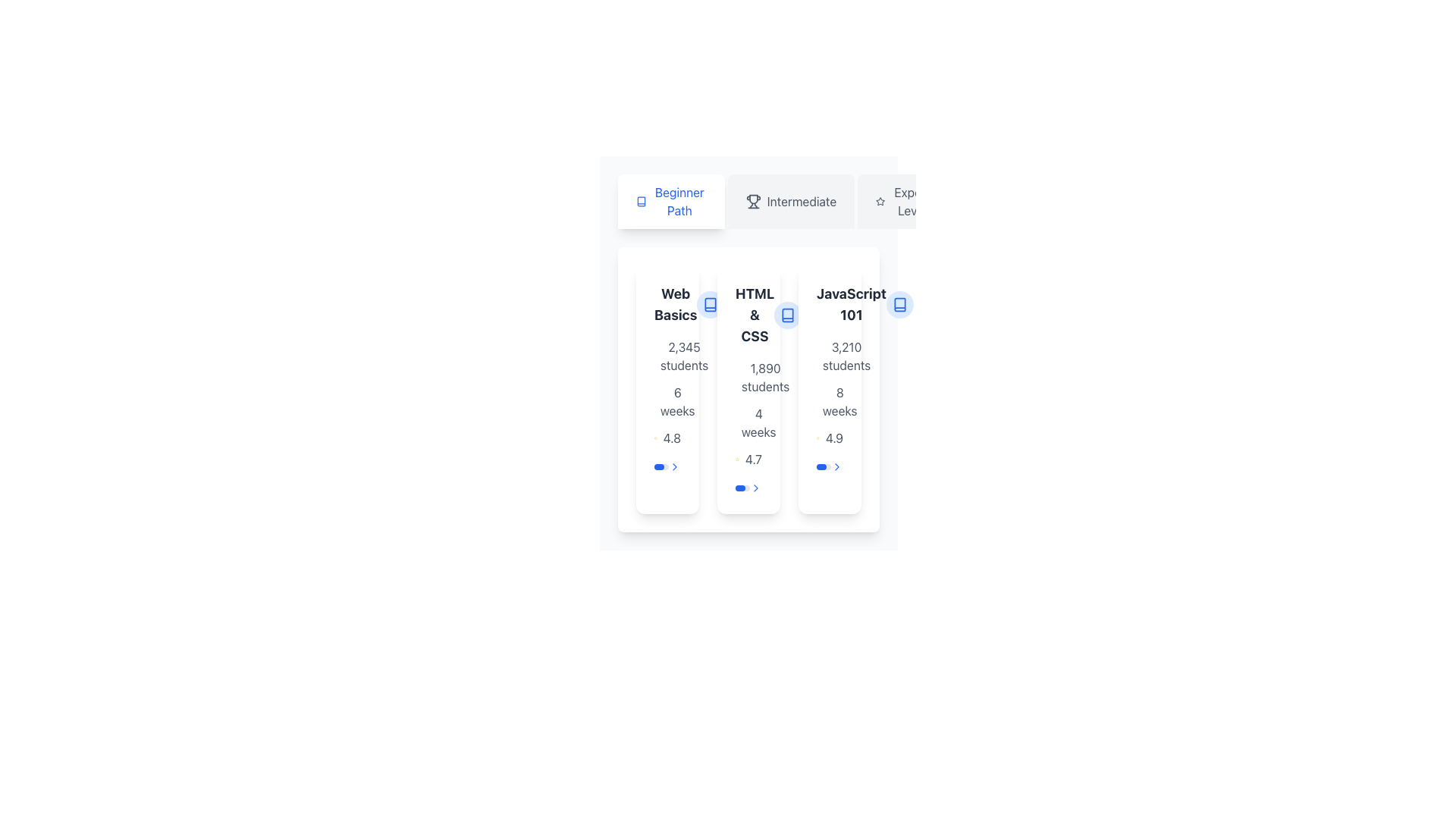 The width and height of the screenshot is (1456, 819). I want to click on the text block reading '8 weeks' within the 'JavaScript 101' course card, which is styled in dark grey and positioned centrally below the student count, so click(839, 400).